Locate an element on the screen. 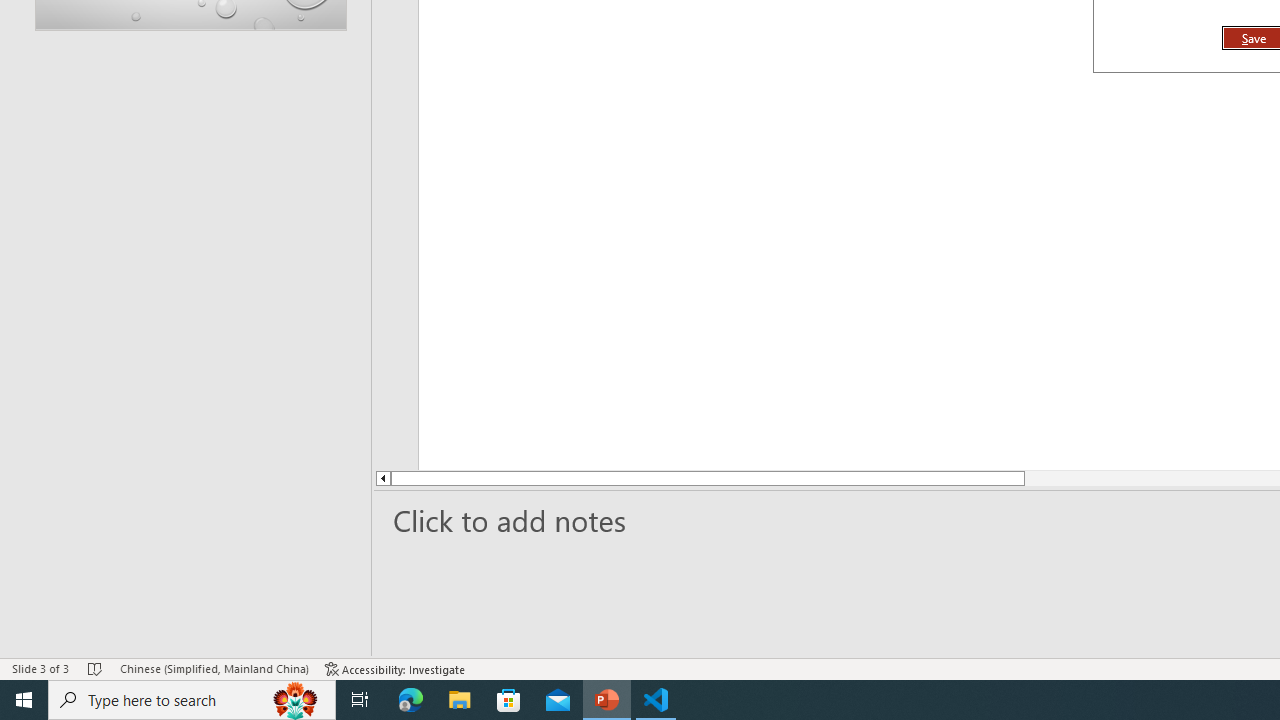 Image resolution: width=1280 pixels, height=720 pixels. 'Microsoft Edge' is located at coordinates (410, 698).